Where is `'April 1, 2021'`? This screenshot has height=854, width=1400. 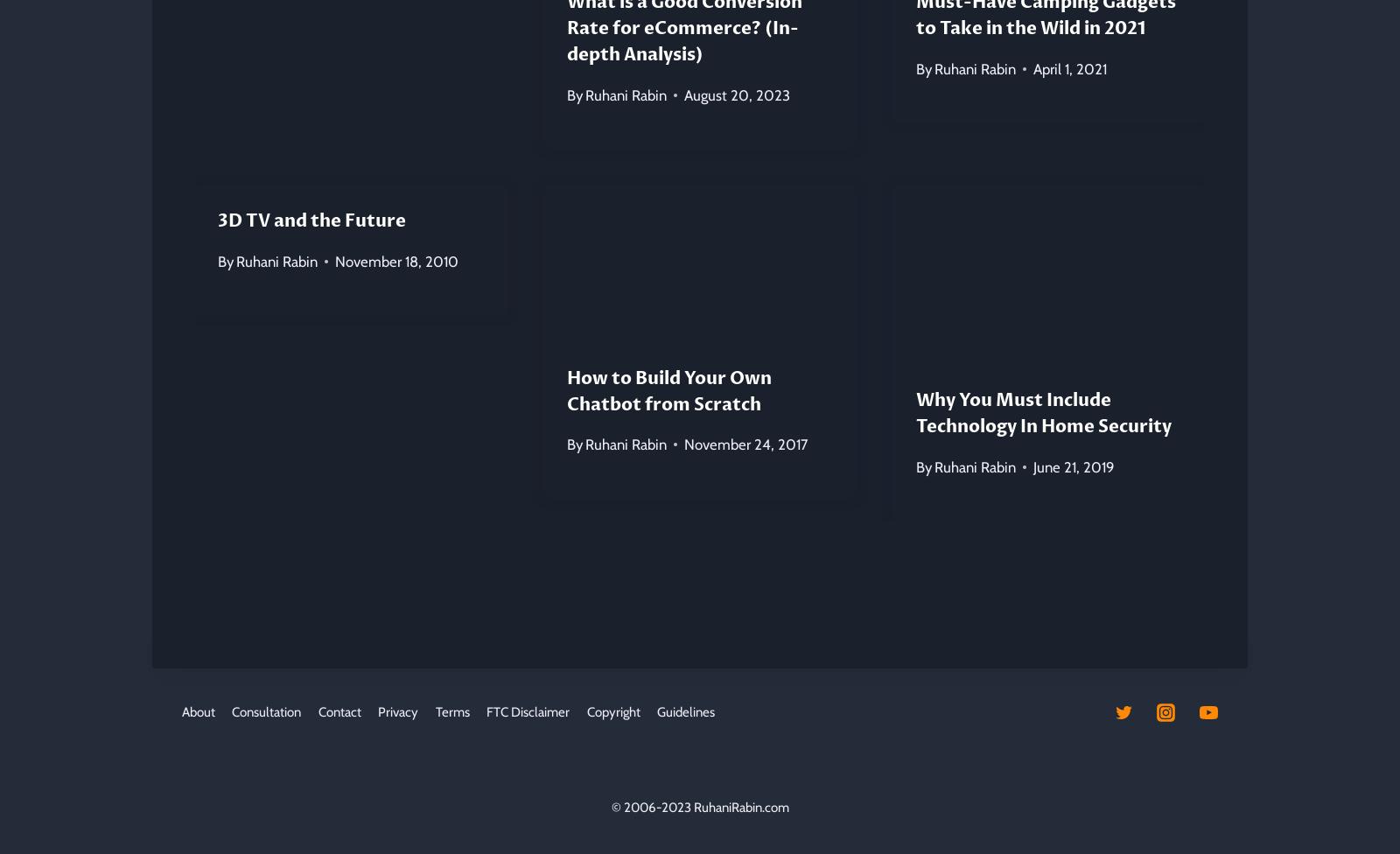 'April 1, 2021' is located at coordinates (1068, 67).